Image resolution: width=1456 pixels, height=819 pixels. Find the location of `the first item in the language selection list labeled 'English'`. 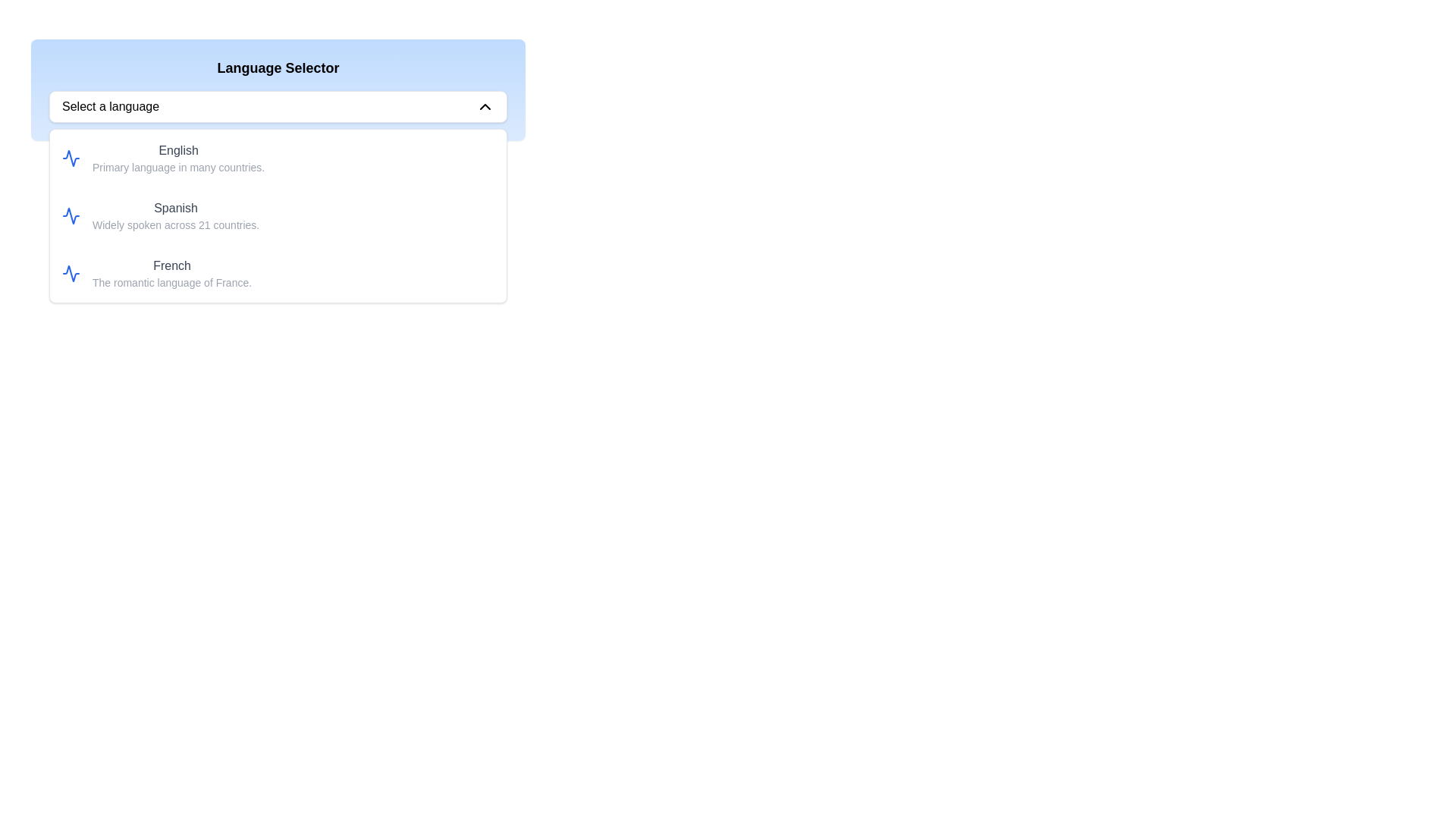

the first item in the language selection list labeled 'English' is located at coordinates (178, 158).